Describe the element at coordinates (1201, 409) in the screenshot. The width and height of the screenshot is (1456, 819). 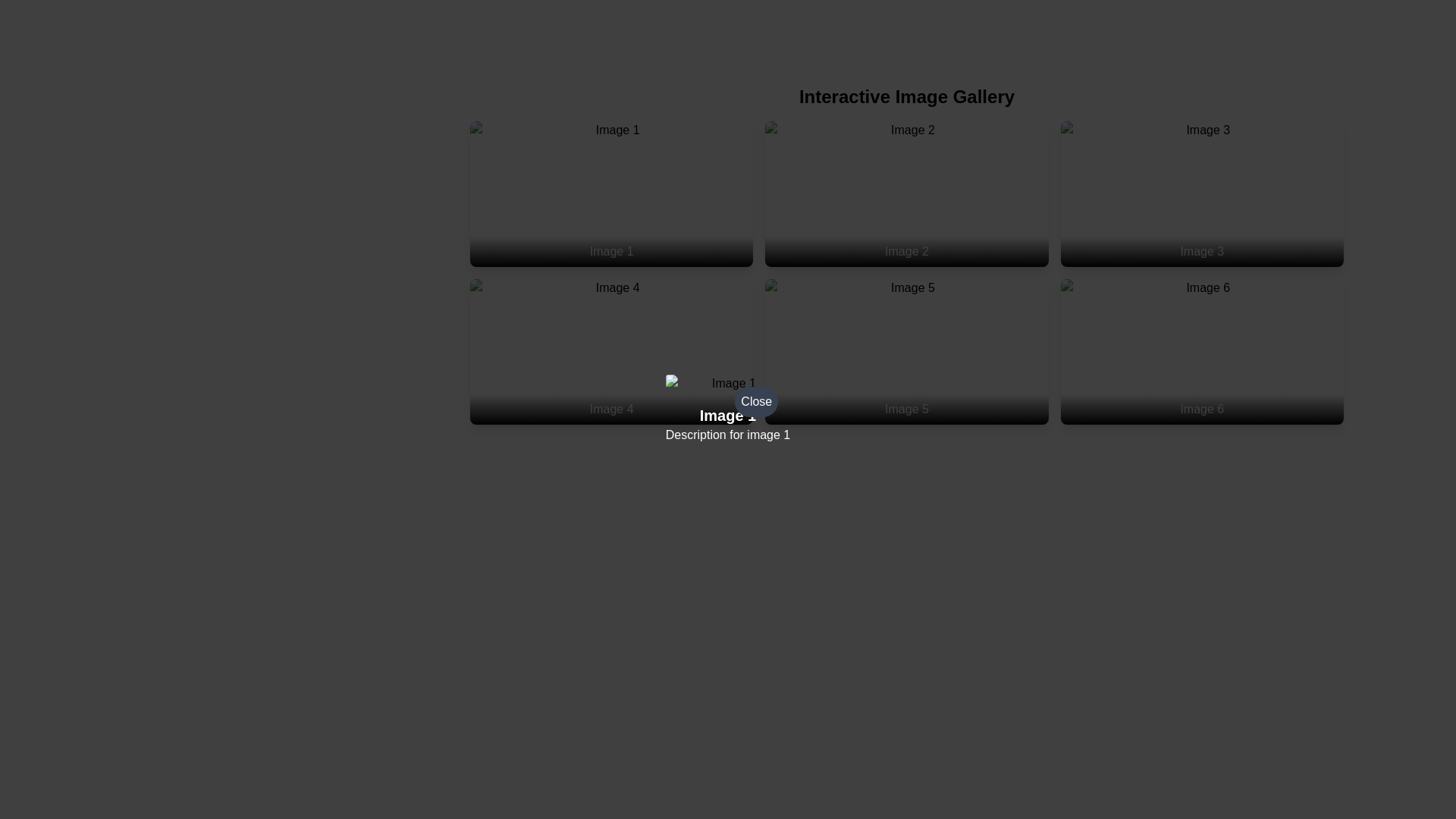
I see `the static text label displaying 'Image 6', which is located in the bottom segment of the sixth image tile in a 3x2 grid layout, centered horizontally within the bottom area` at that location.